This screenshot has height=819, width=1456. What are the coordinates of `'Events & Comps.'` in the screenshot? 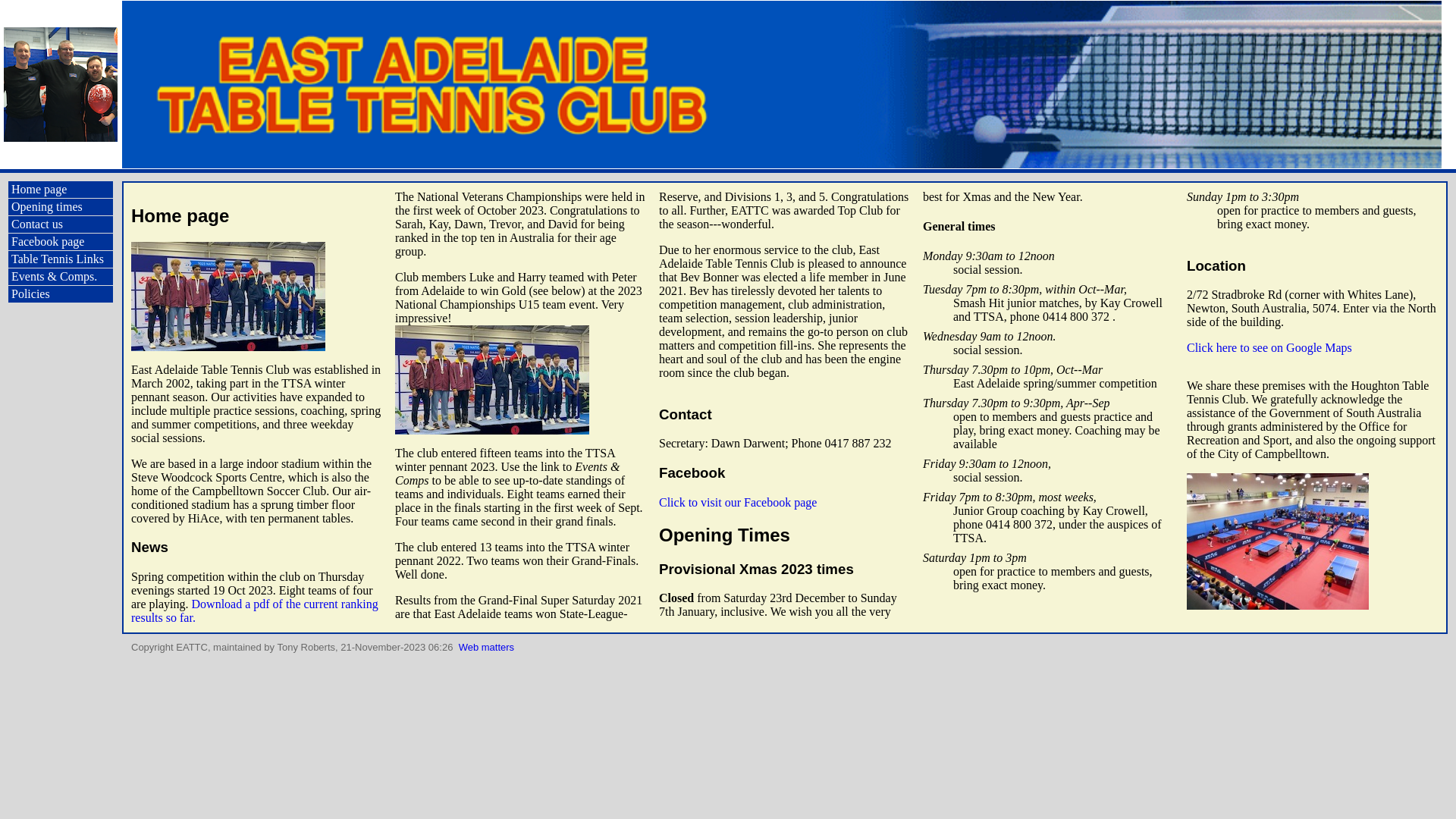 It's located at (8, 277).